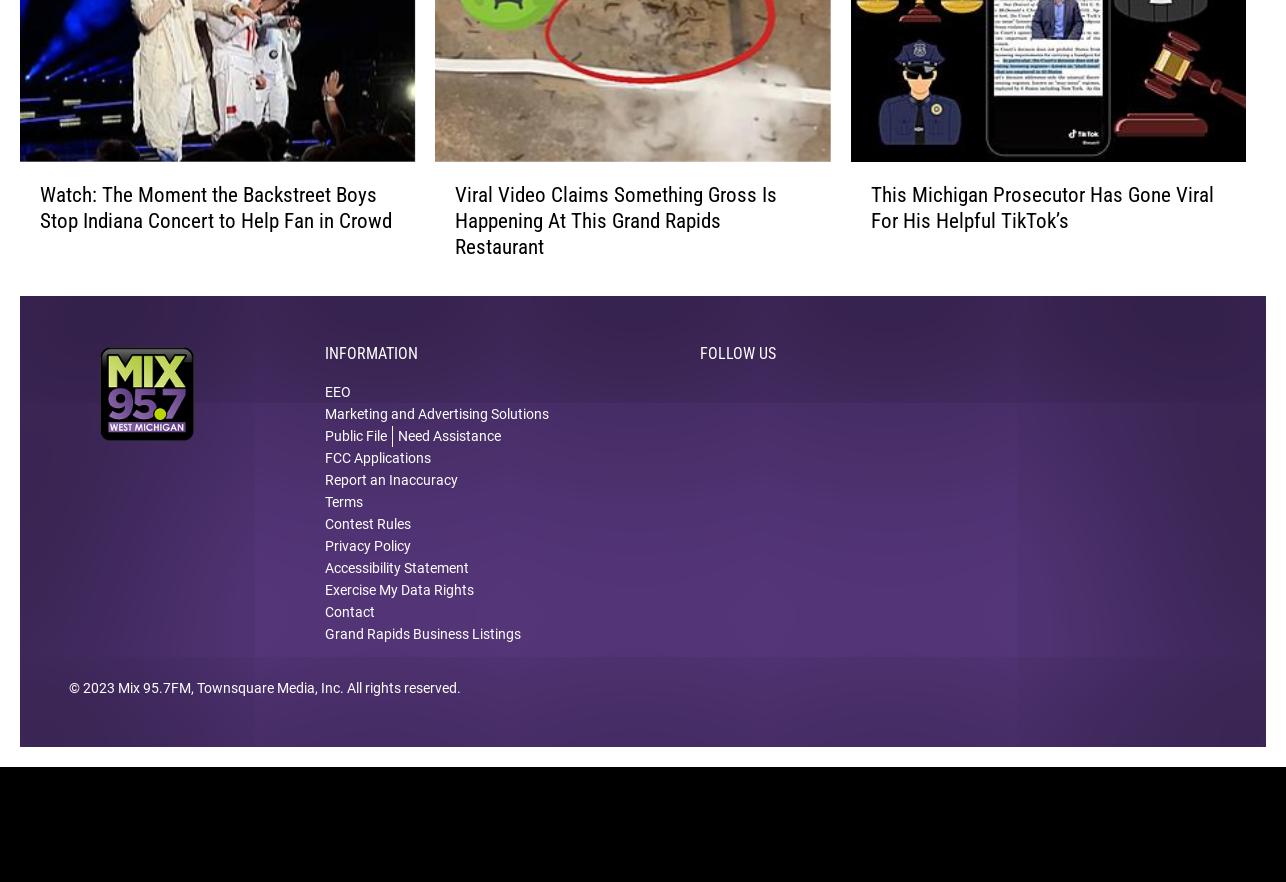 The width and height of the screenshot is (1286, 882). Describe the element at coordinates (699, 379) in the screenshot. I see `'Follow Us'` at that location.